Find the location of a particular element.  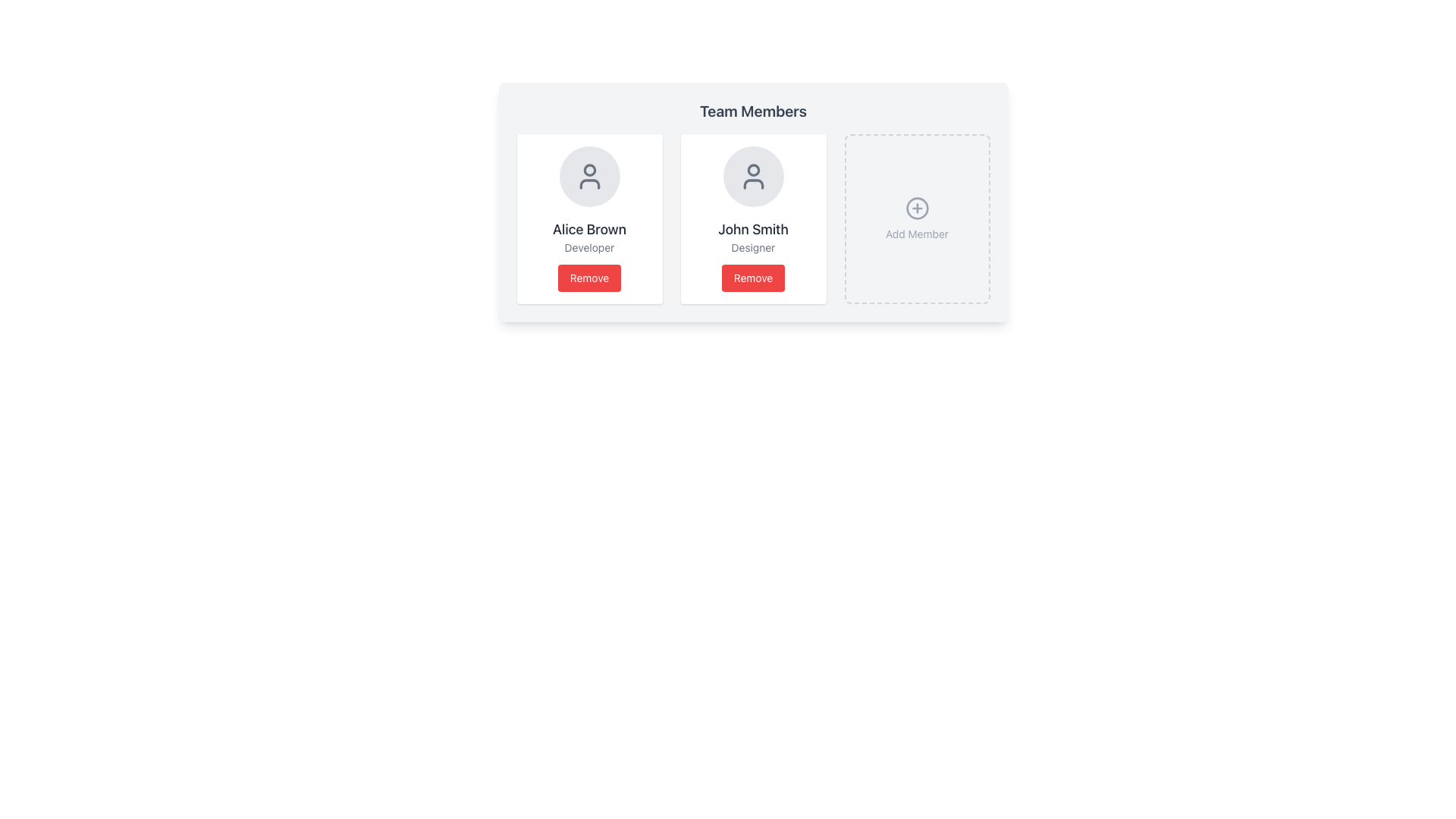

the bright red 'Remove' button with rounded corners located at the bottom of the card labeled 'John Smith, Designer' is located at coordinates (753, 278).